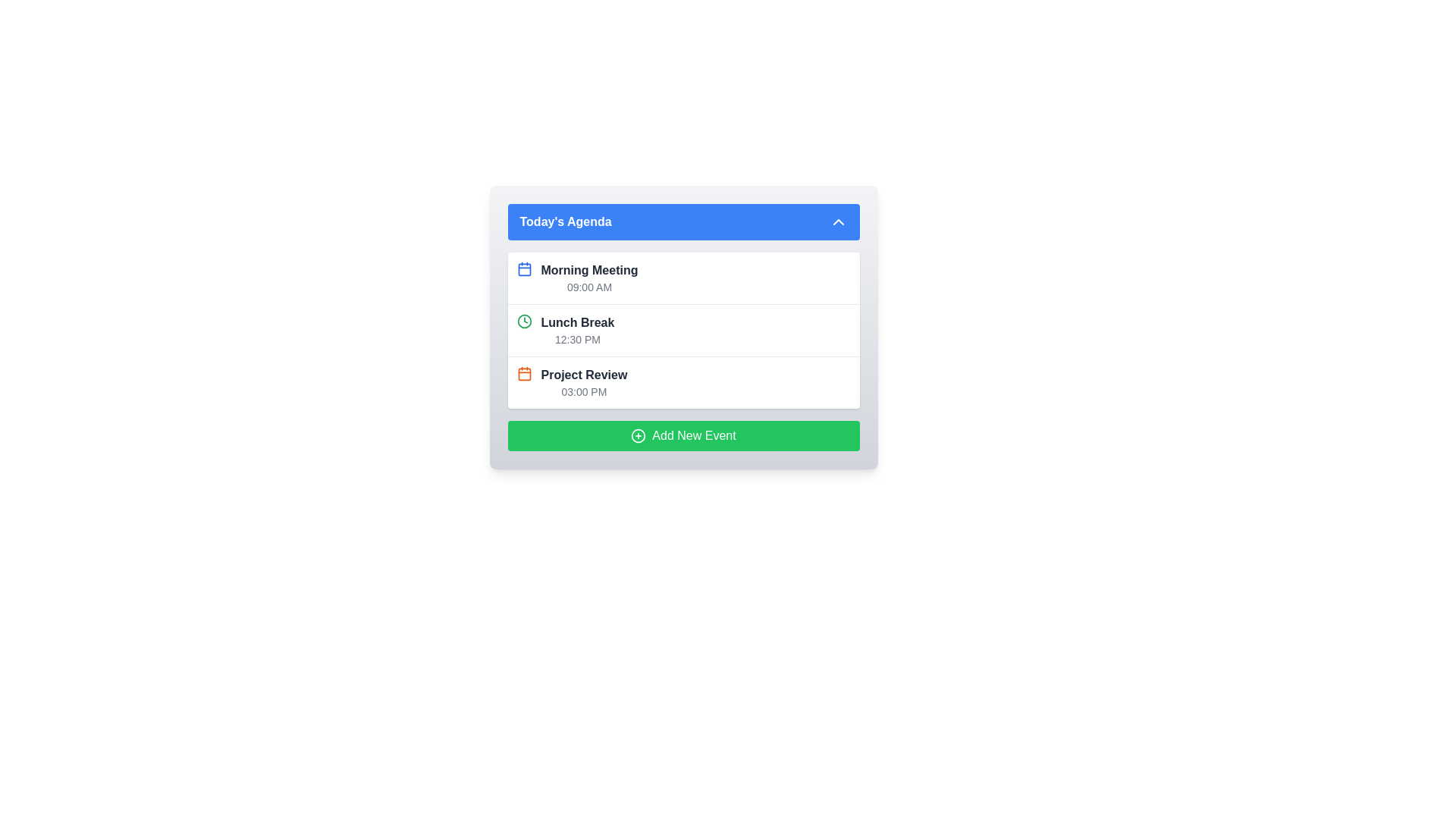 The image size is (1456, 819). I want to click on the text label displaying '09:00 AM', which is styled with a gray font and positioned beneath the 'Morning Meeting' label in the first row of the agenda list under the 'Today's Agenda' title bar, so click(588, 287).